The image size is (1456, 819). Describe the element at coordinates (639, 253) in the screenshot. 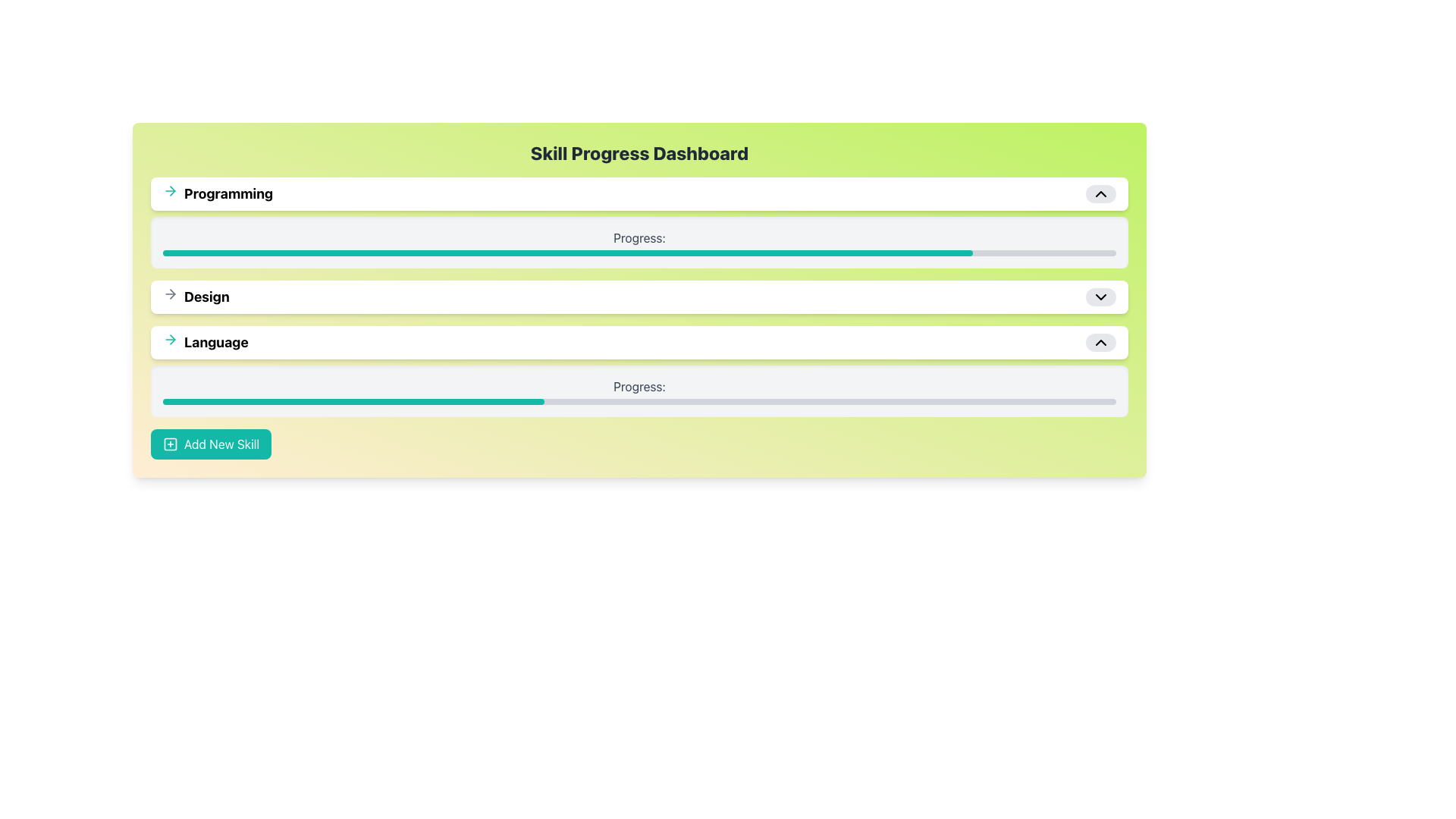

I see `the horizontal progress bar with a gray background and teal inner bar, located in the 'Progress:' section of the 'Programming' category` at that location.